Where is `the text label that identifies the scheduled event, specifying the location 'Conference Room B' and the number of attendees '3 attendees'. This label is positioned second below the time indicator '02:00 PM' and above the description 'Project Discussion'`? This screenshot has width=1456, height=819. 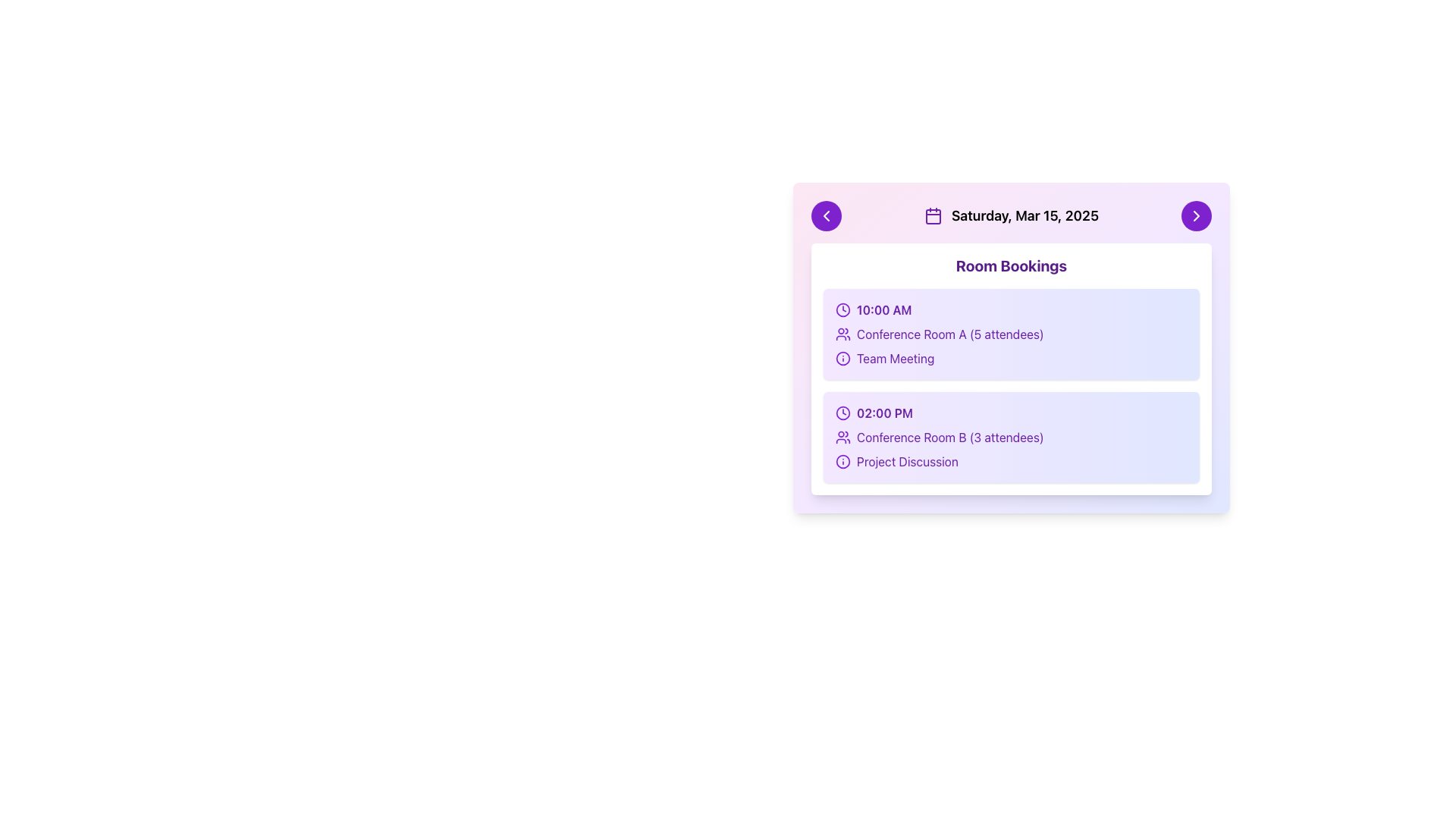
the text label that identifies the scheduled event, specifying the location 'Conference Room B' and the number of attendees '3 attendees'. This label is positioned second below the time indicator '02:00 PM' and above the description 'Project Discussion' is located at coordinates (1012, 438).